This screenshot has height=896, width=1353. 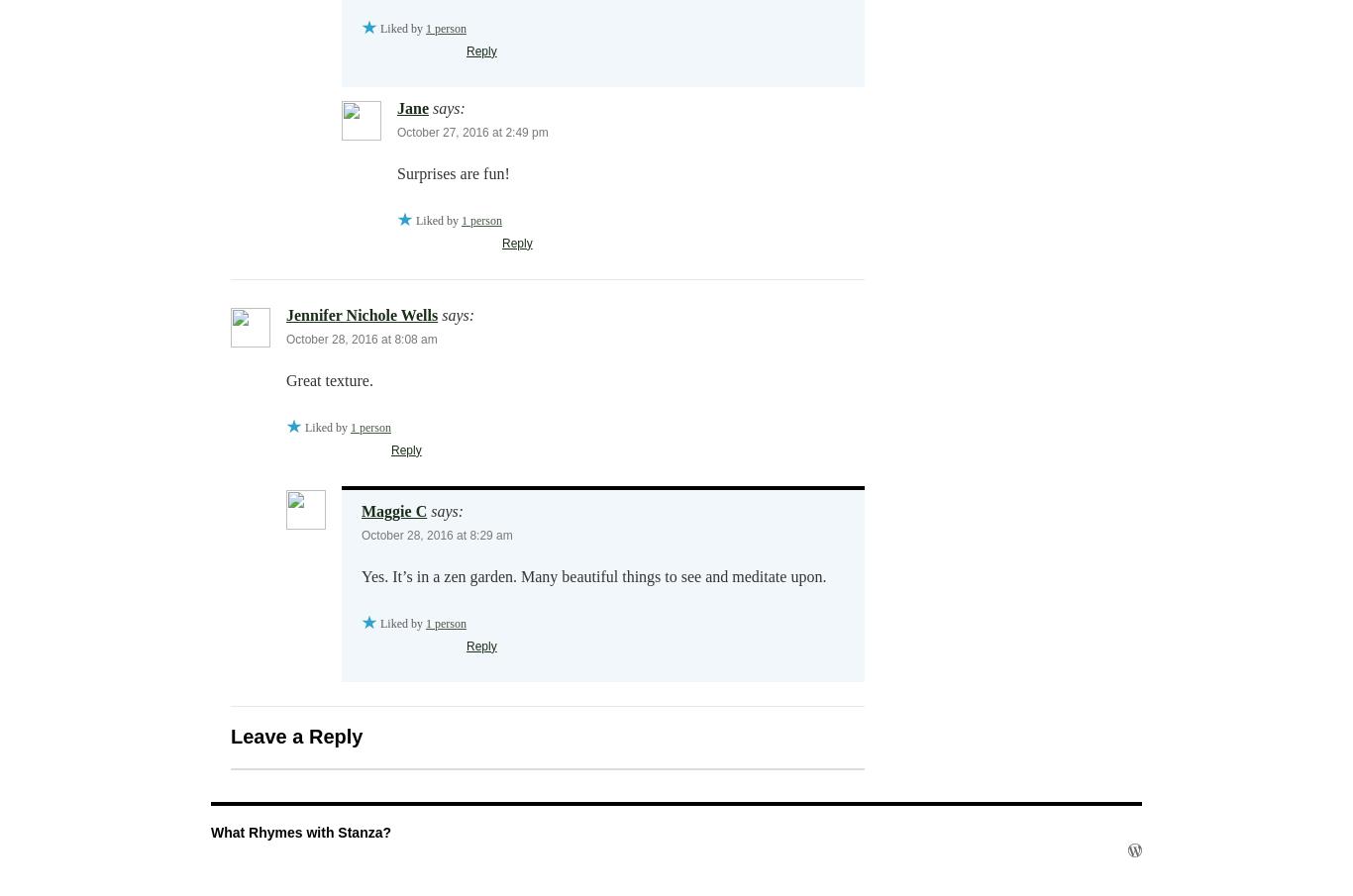 What do you see at coordinates (329, 379) in the screenshot?
I see `'Great texture.'` at bounding box center [329, 379].